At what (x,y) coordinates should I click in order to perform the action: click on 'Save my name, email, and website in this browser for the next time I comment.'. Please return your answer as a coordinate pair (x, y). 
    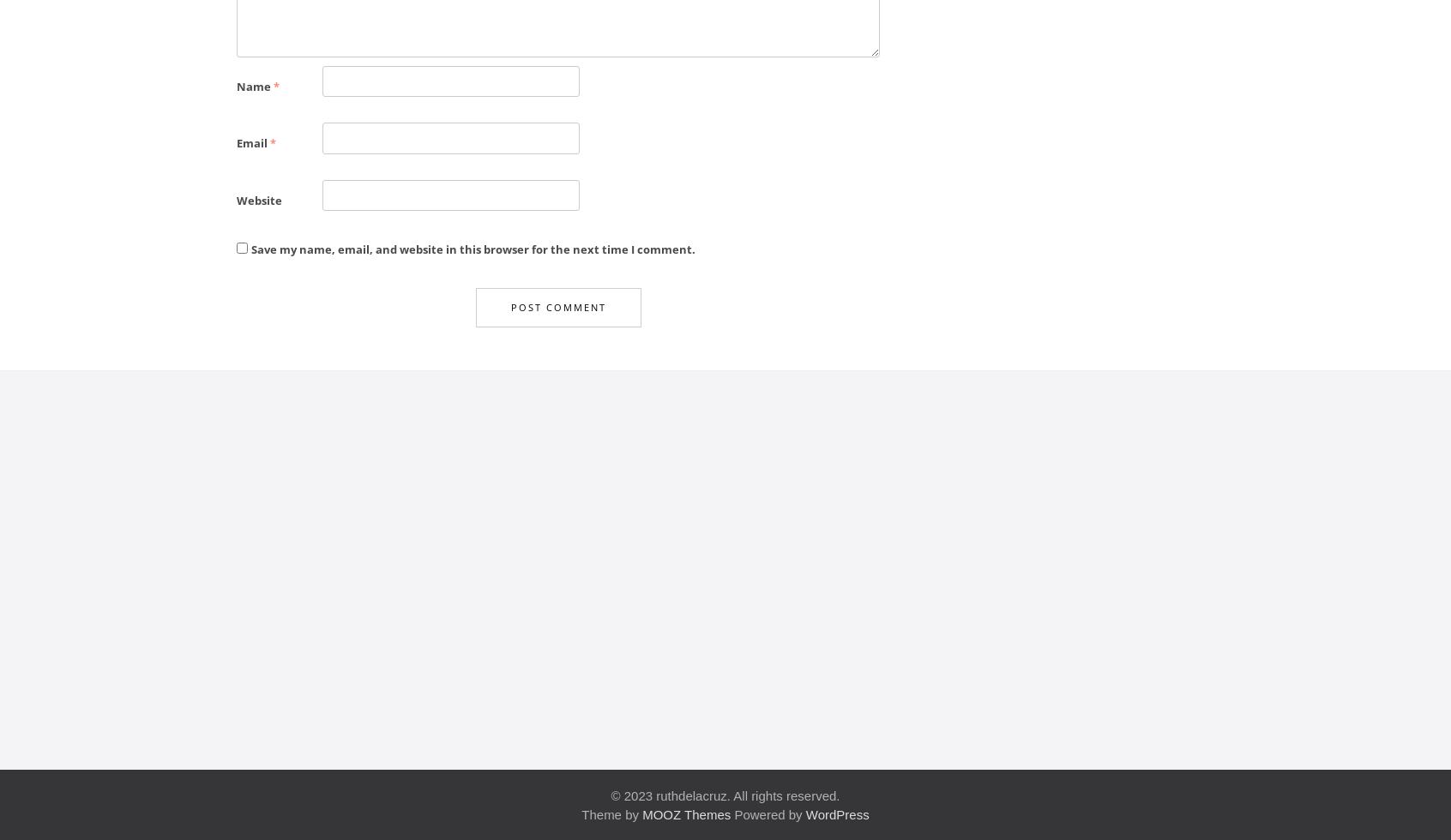
    Looking at the image, I should click on (473, 249).